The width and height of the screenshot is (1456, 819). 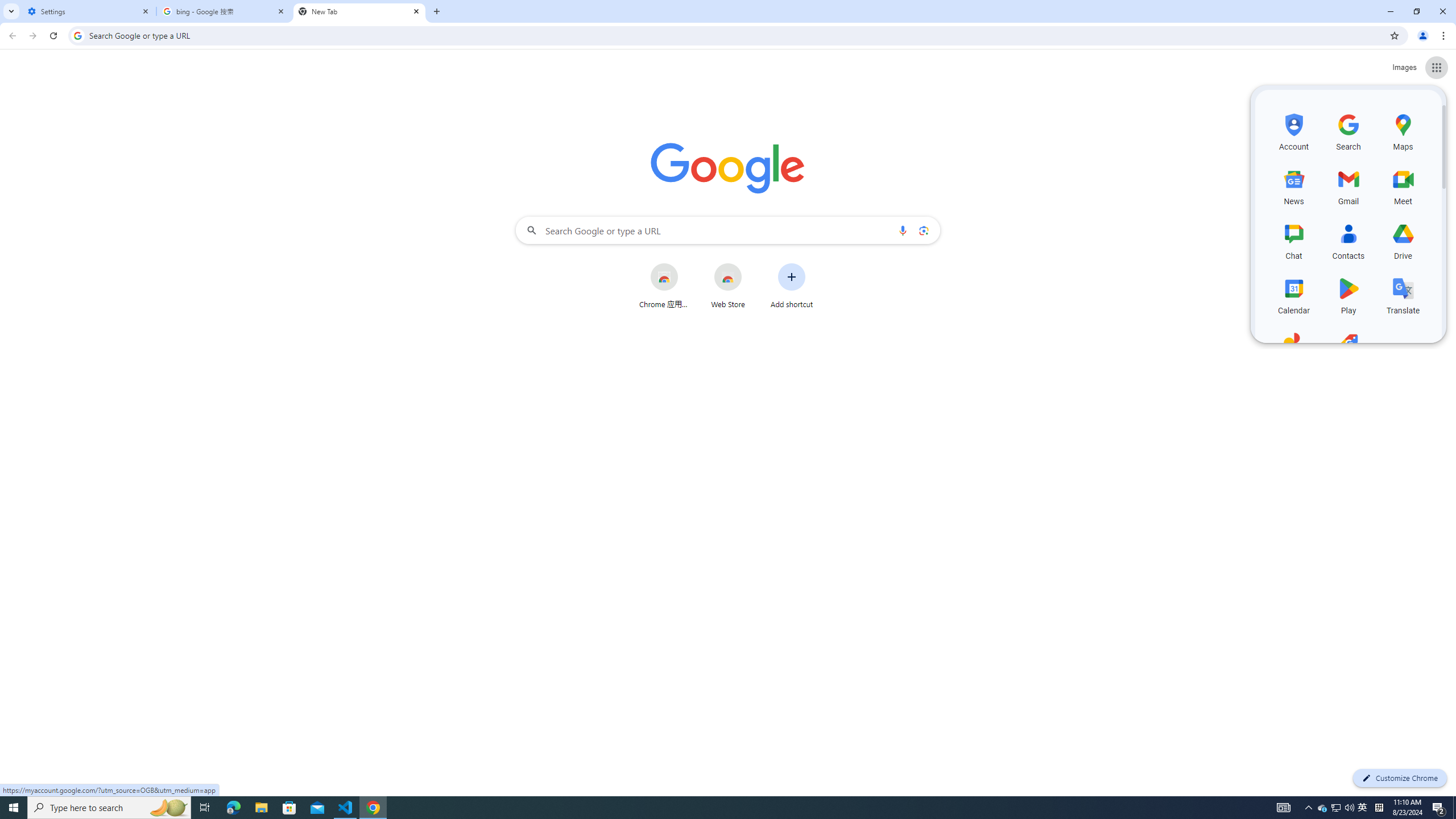 I want to click on 'Customize Chrome', so click(x=1400, y=777).